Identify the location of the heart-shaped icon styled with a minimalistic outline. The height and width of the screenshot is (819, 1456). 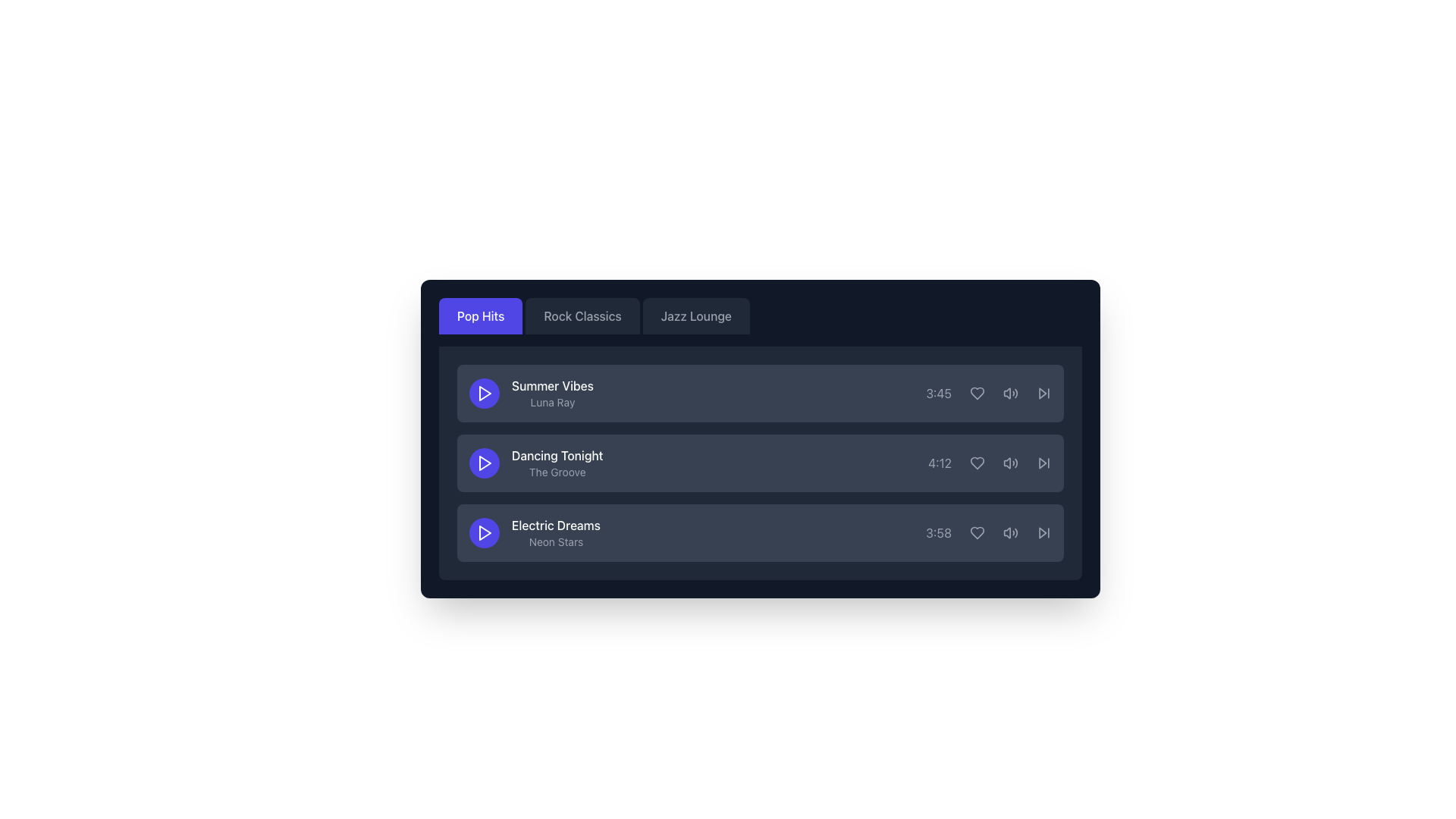
(977, 532).